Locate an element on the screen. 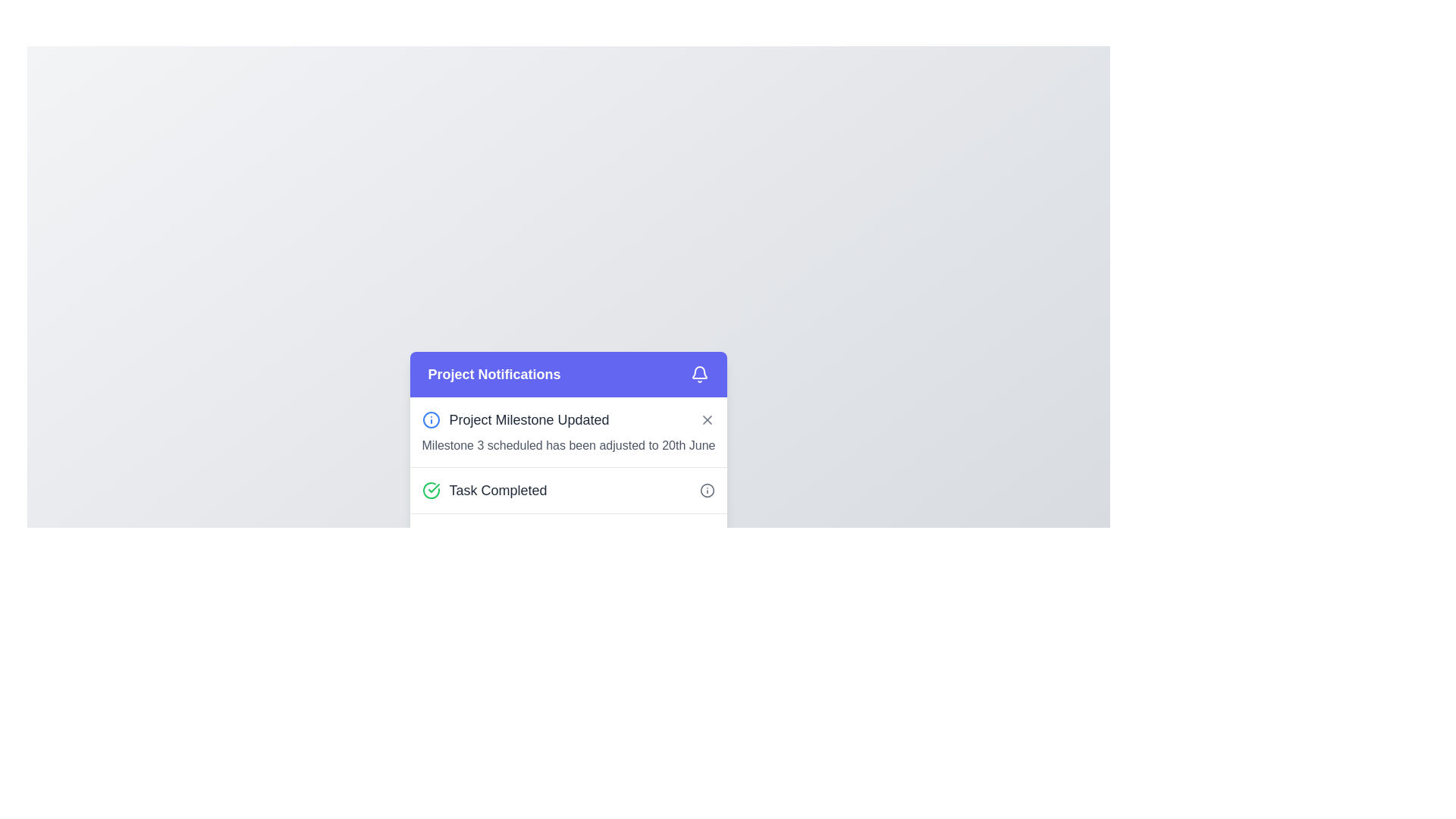  the decorative SVG circle element within the information icon of the 'Project Milestone Updated' notification is located at coordinates (707, 491).